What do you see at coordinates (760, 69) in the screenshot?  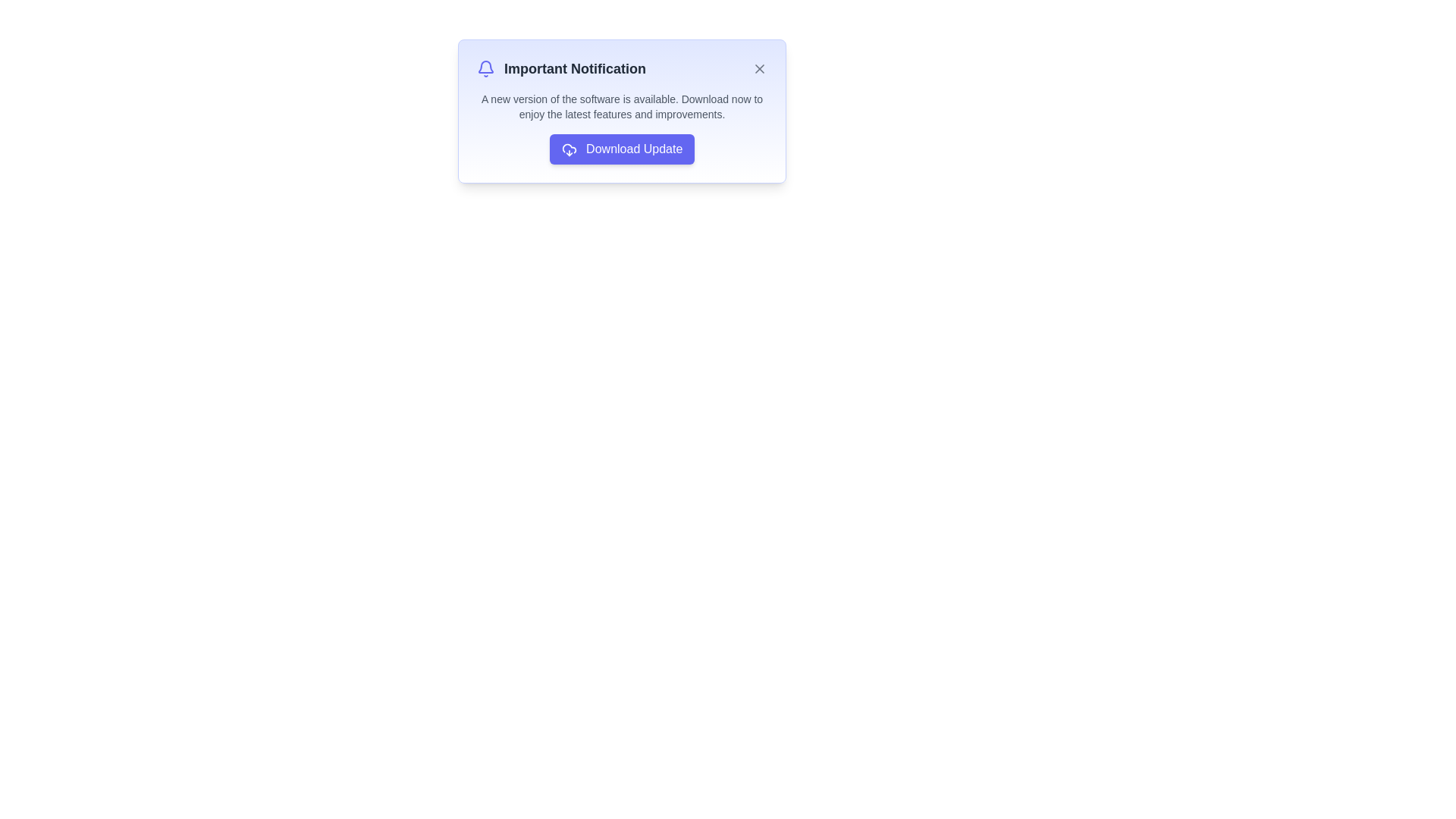 I see `the close button to dismiss the alert` at bounding box center [760, 69].